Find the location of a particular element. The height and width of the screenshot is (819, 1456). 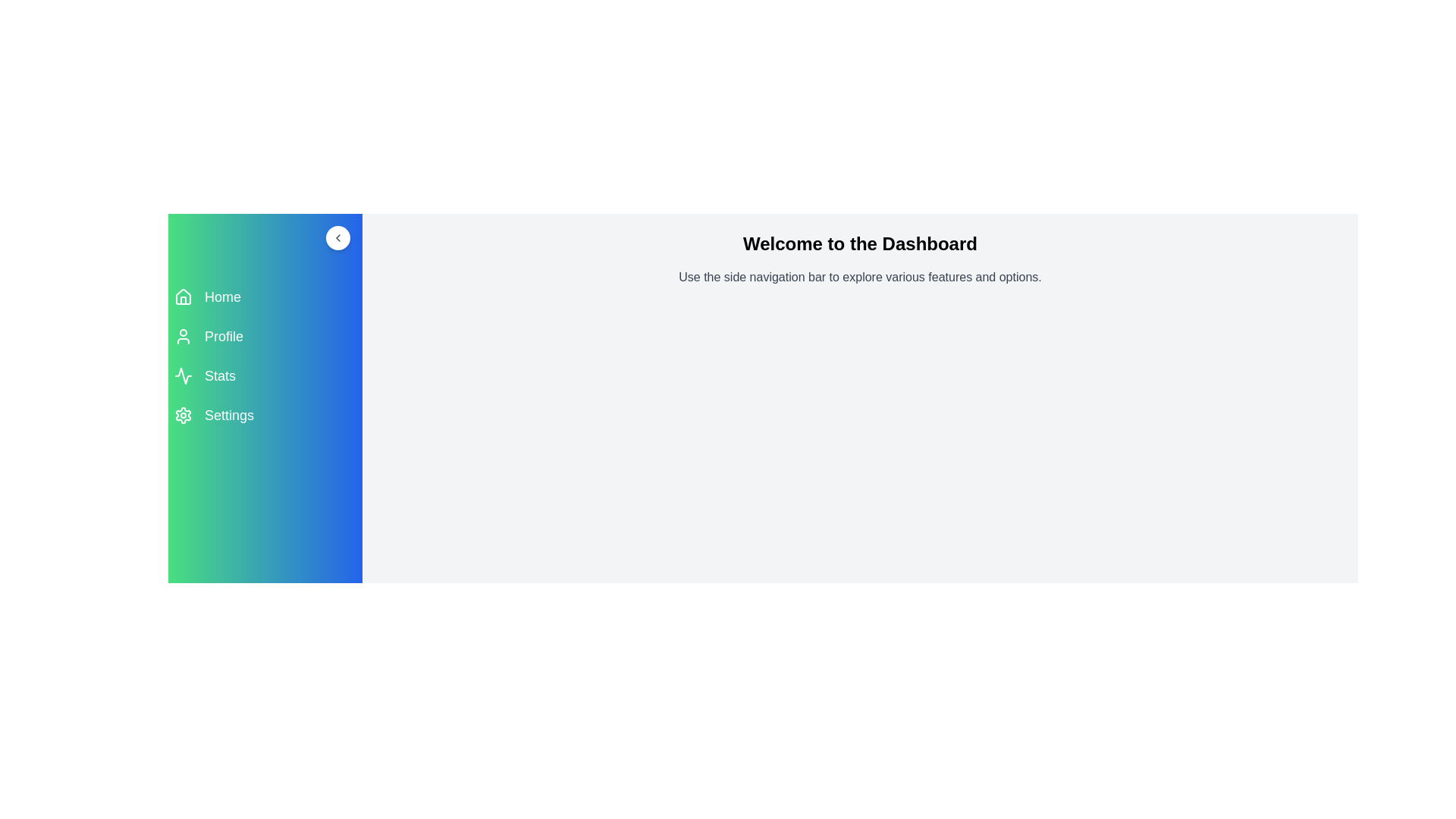

the left-pointing chevron icon located within a circular button at the upper-right edge of the vertical navigation bar is located at coordinates (337, 237).